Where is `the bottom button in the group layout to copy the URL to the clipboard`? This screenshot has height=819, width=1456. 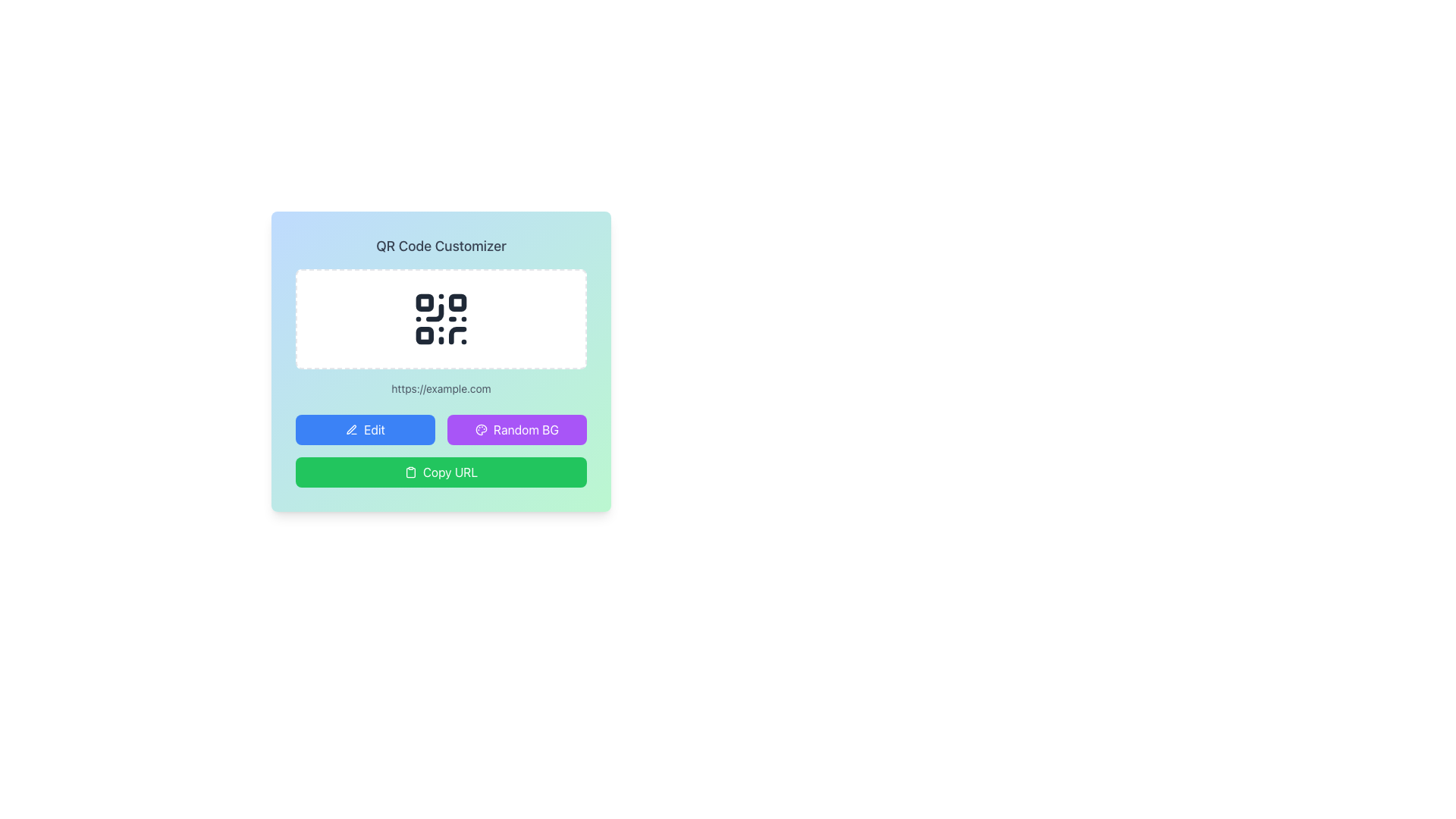
the bottom button in the group layout to copy the URL to the clipboard is located at coordinates (440, 472).